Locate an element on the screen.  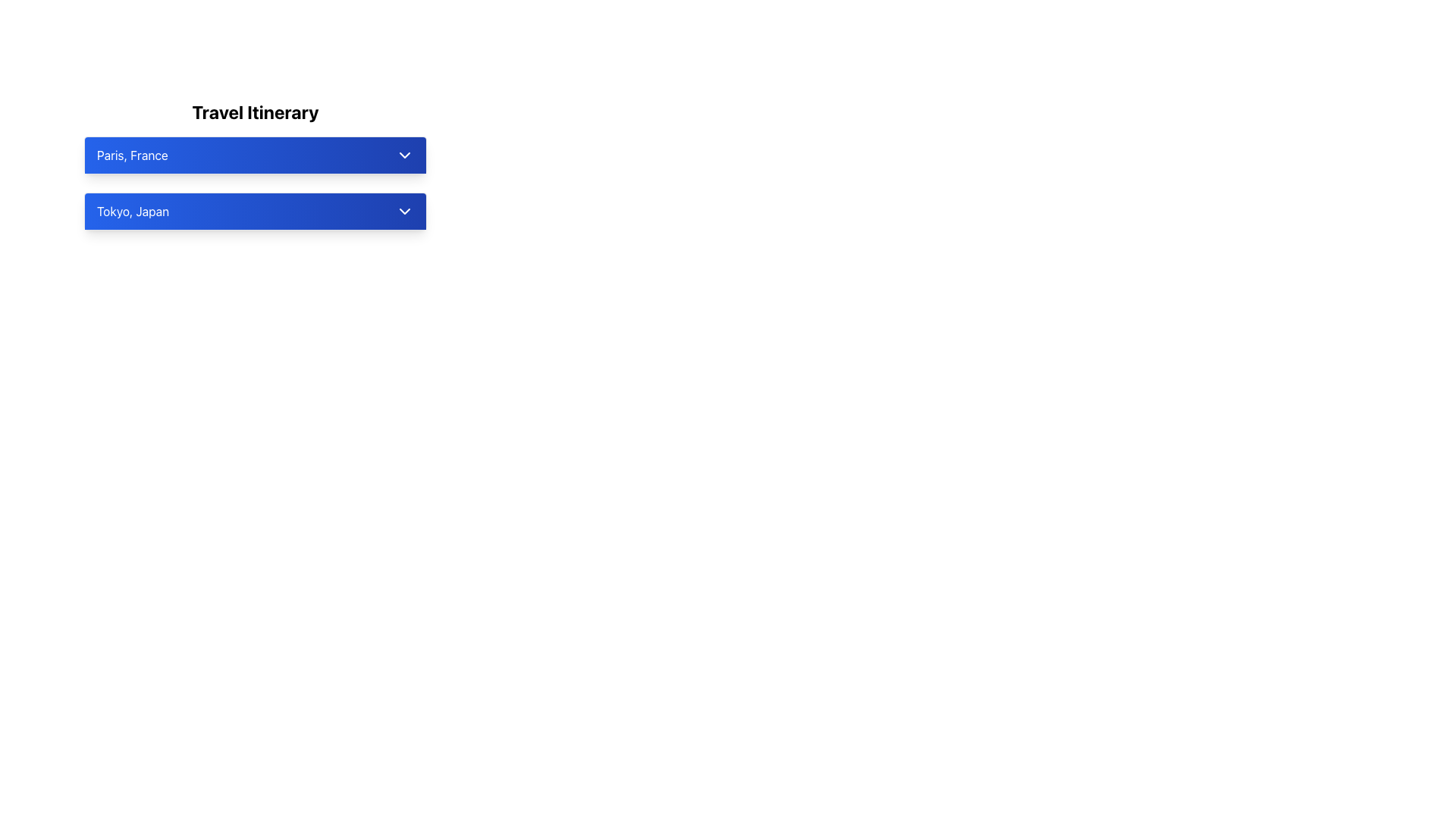
the dropdown indicator icon at the right end of the blue bar containing 'Paris, France' is located at coordinates (404, 155).